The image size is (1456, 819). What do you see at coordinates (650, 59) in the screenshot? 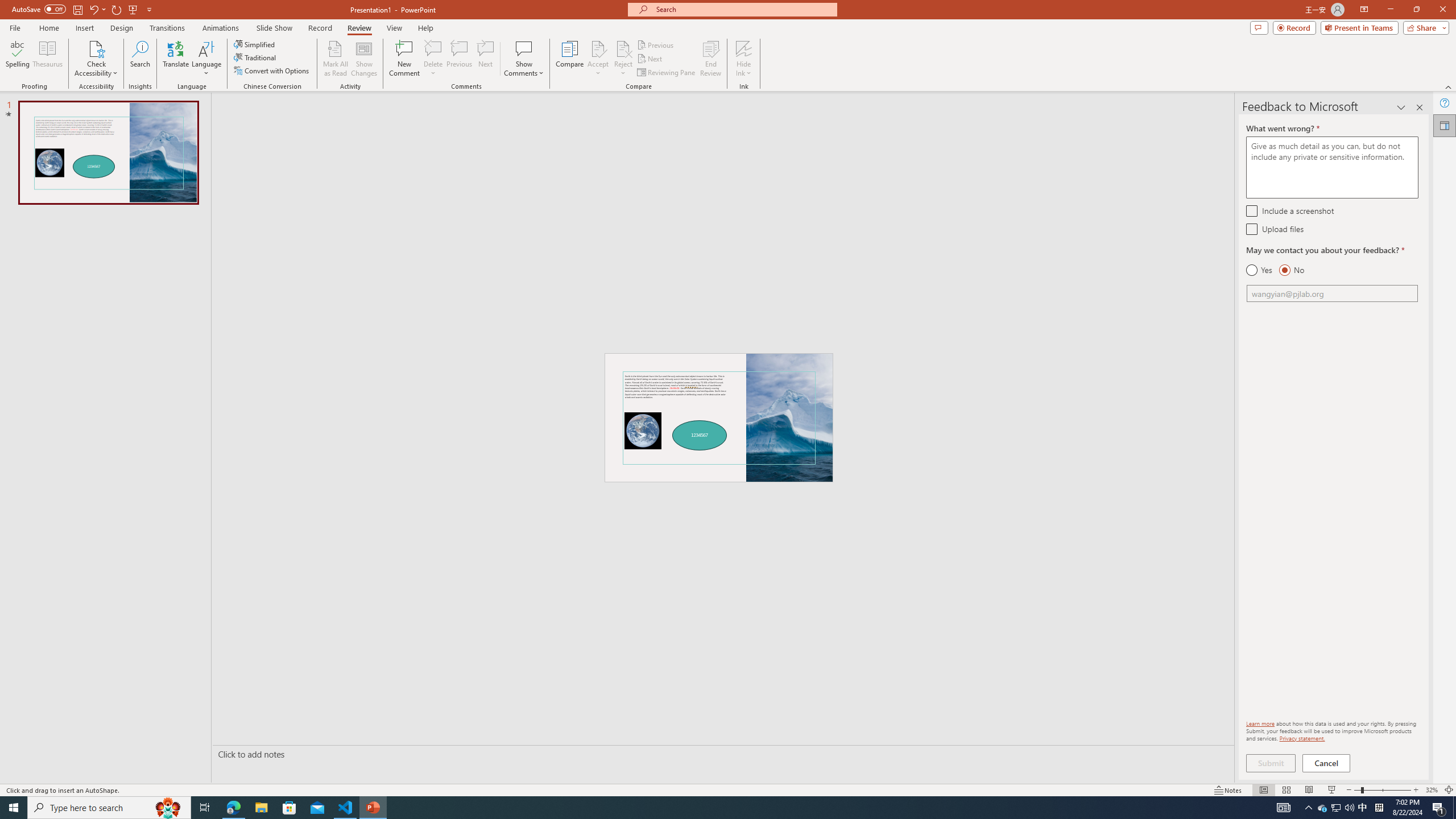
I see `'Next'` at bounding box center [650, 59].